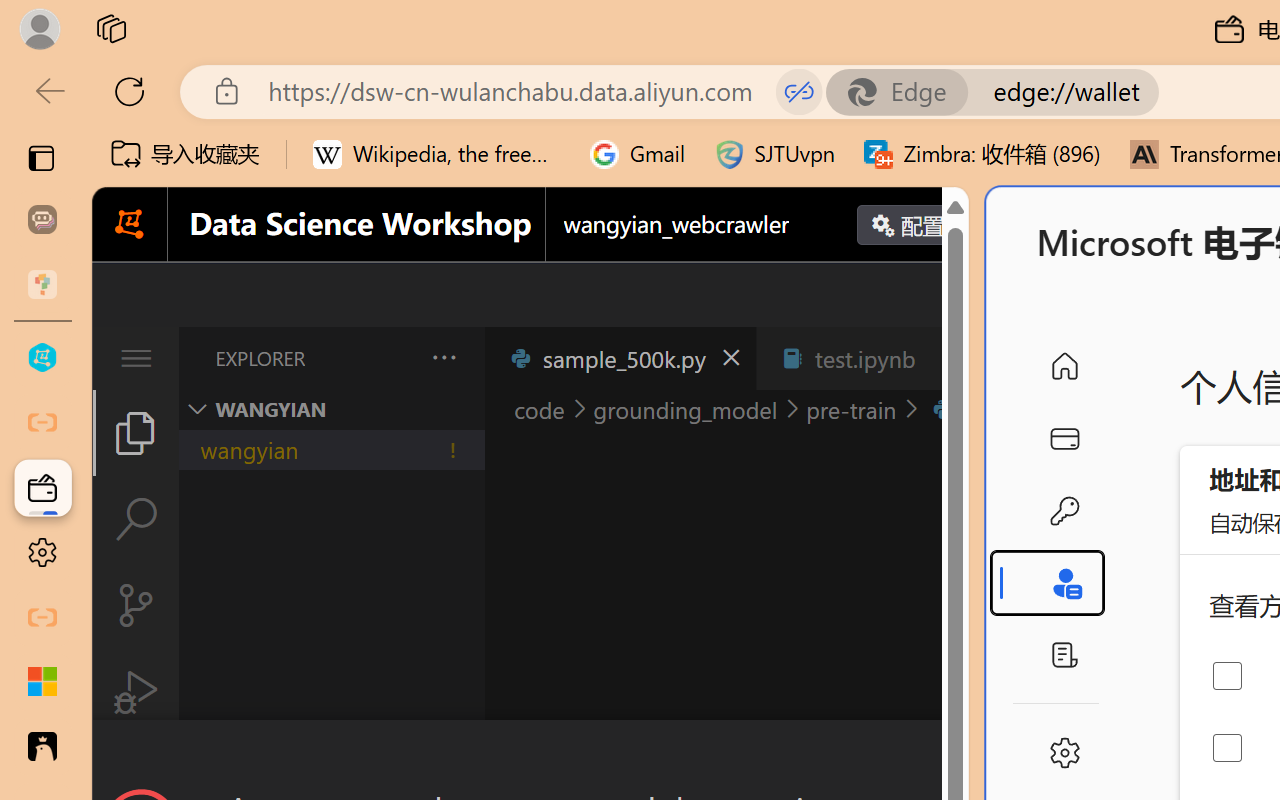 The height and width of the screenshot is (800, 1280). What do you see at coordinates (619, 358) in the screenshot?
I see `'sample_500k.py'` at bounding box center [619, 358].